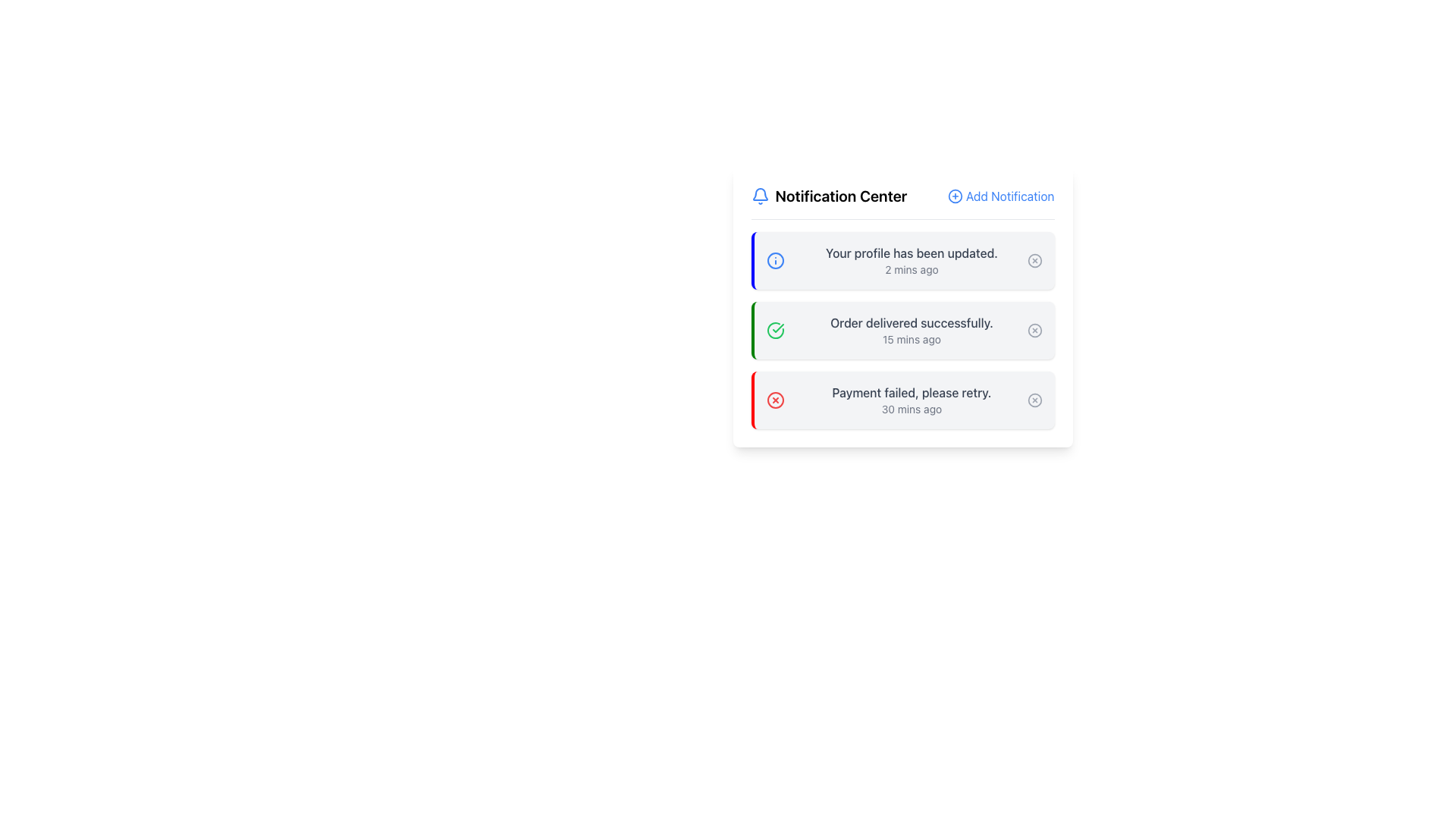 Image resolution: width=1456 pixels, height=819 pixels. Describe the element at coordinates (760, 195) in the screenshot. I see `the blue bell icon representing notifications` at that location.